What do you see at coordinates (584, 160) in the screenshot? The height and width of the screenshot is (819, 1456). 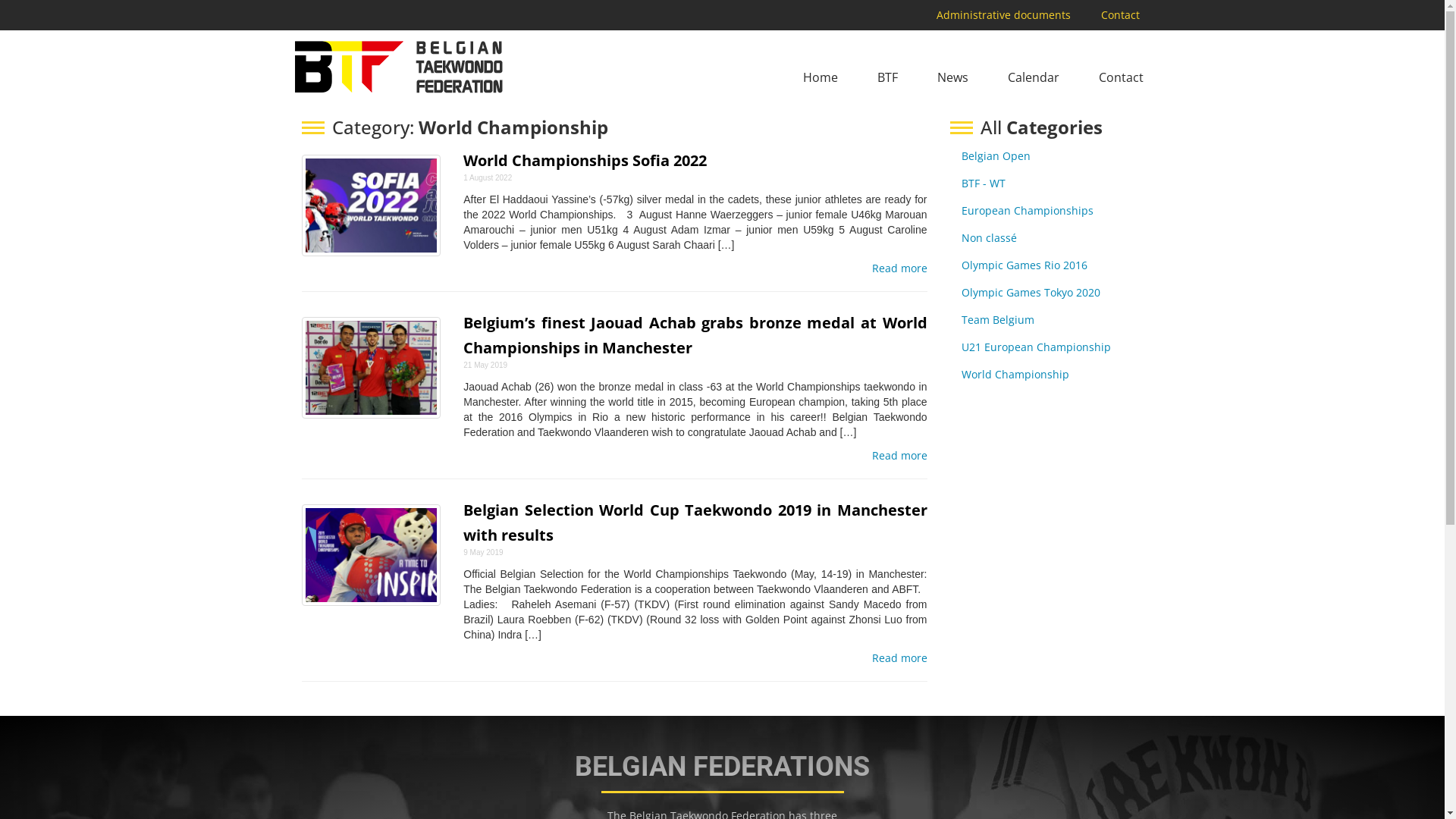 I see `'World Championships Sofia 2022'` at bounding box center [584, 160].